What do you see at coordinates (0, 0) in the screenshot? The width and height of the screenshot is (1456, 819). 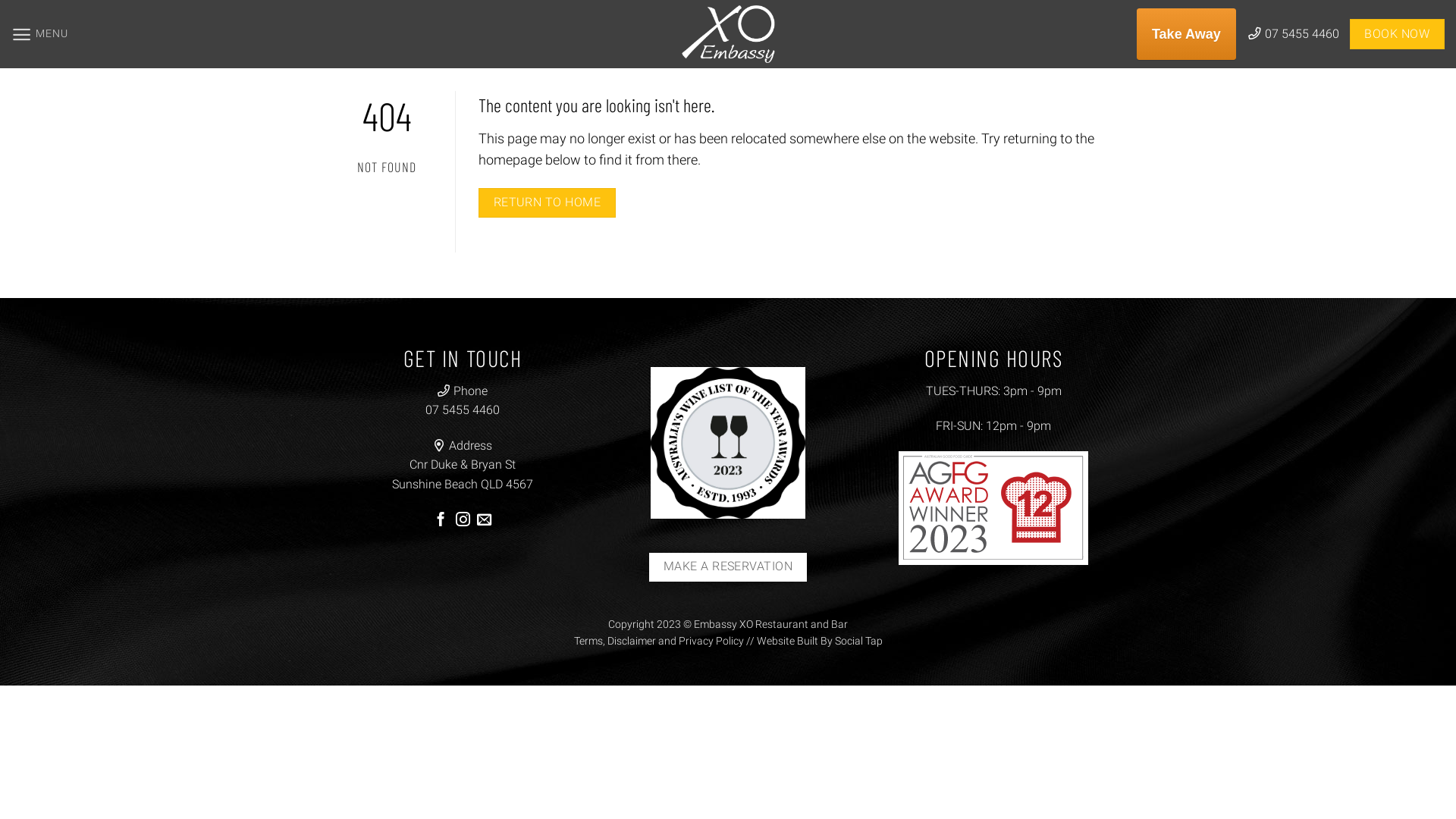 I see `'Skip to content'` at bounding box center [0, 0].